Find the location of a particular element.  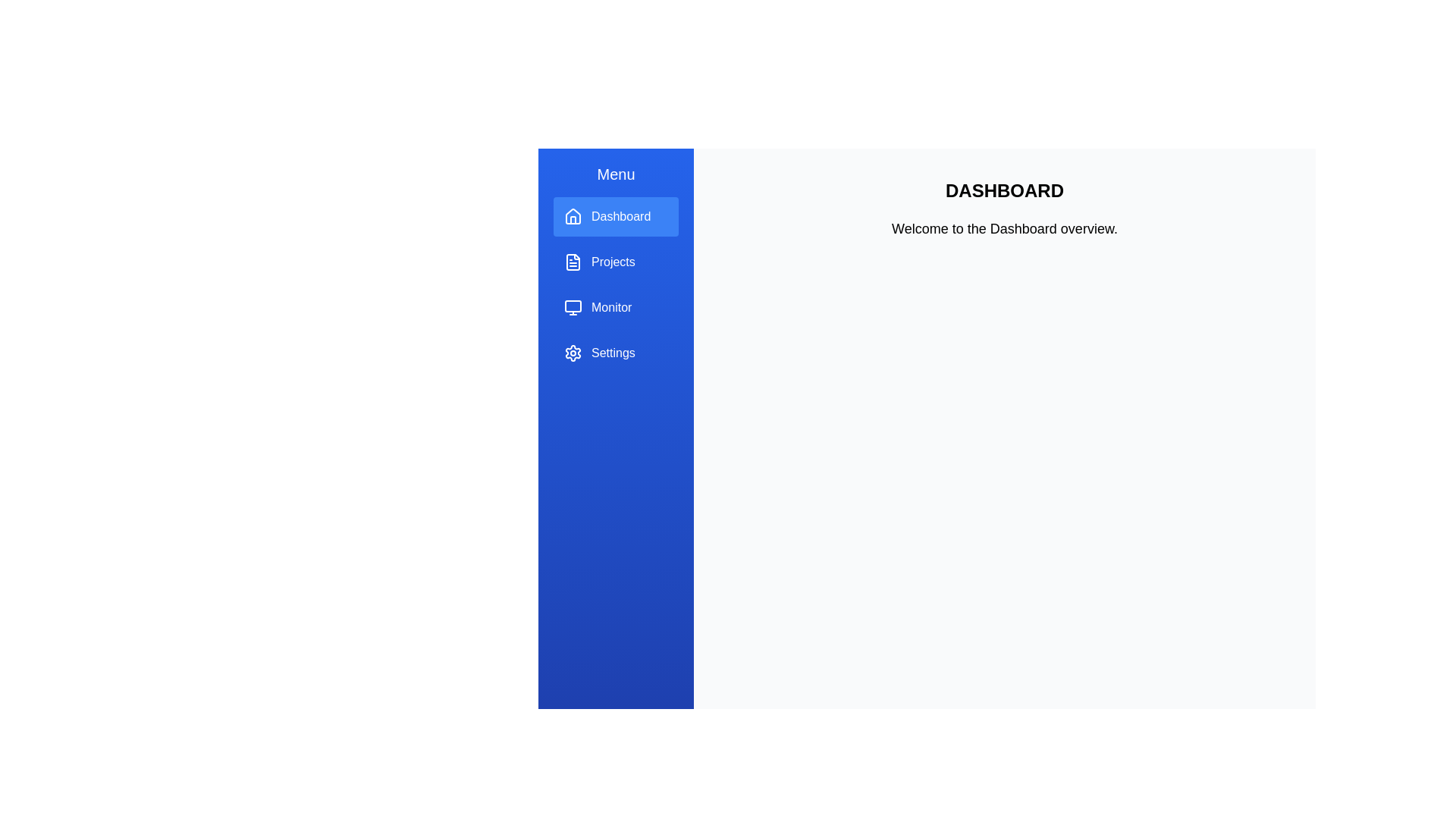

the computer monitor icon in the left sidebar navigation menu is located at coordinates (572, 307).